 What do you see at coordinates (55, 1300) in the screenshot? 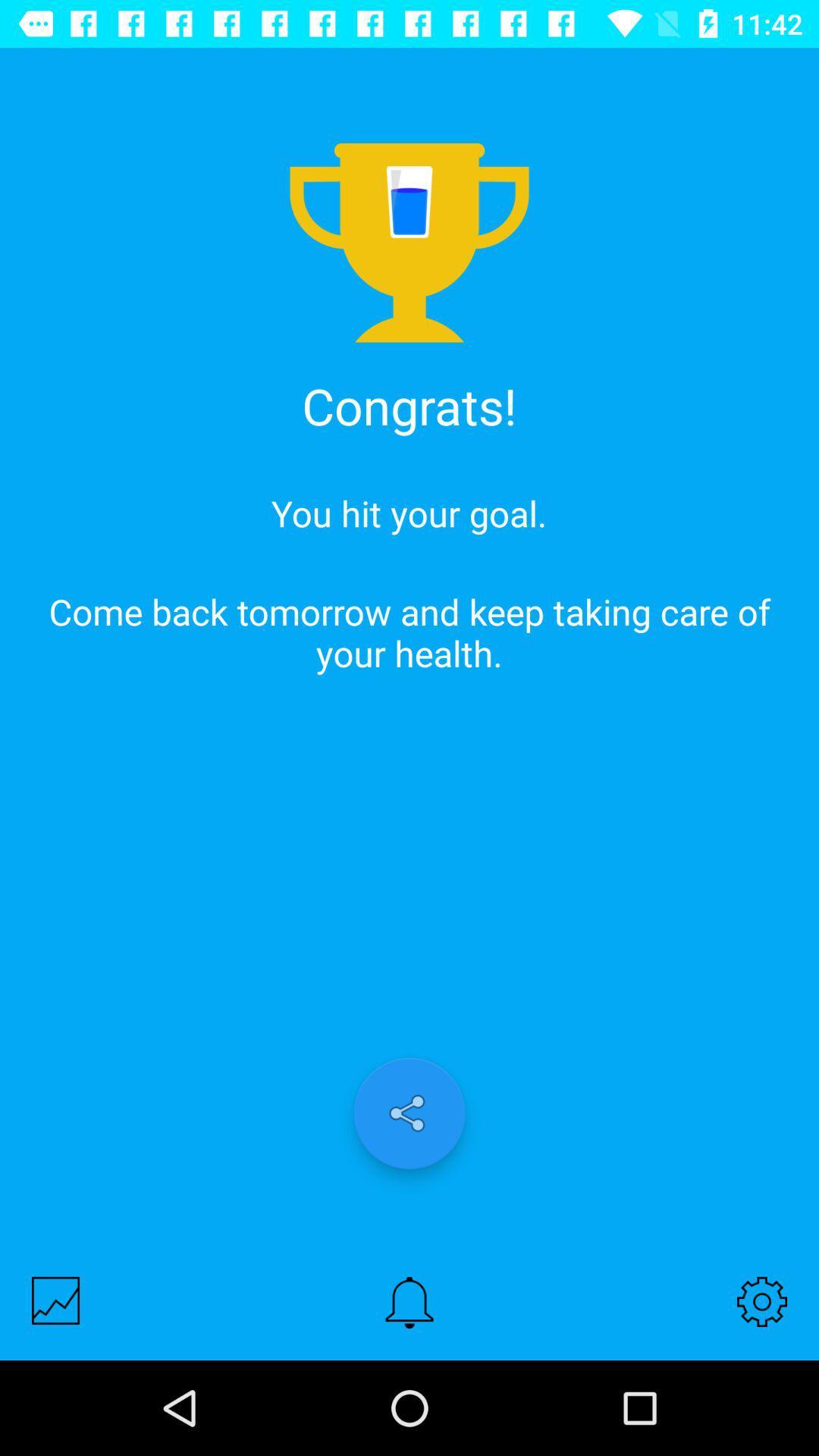
I see `show history` at bounding box center [55, 1300].